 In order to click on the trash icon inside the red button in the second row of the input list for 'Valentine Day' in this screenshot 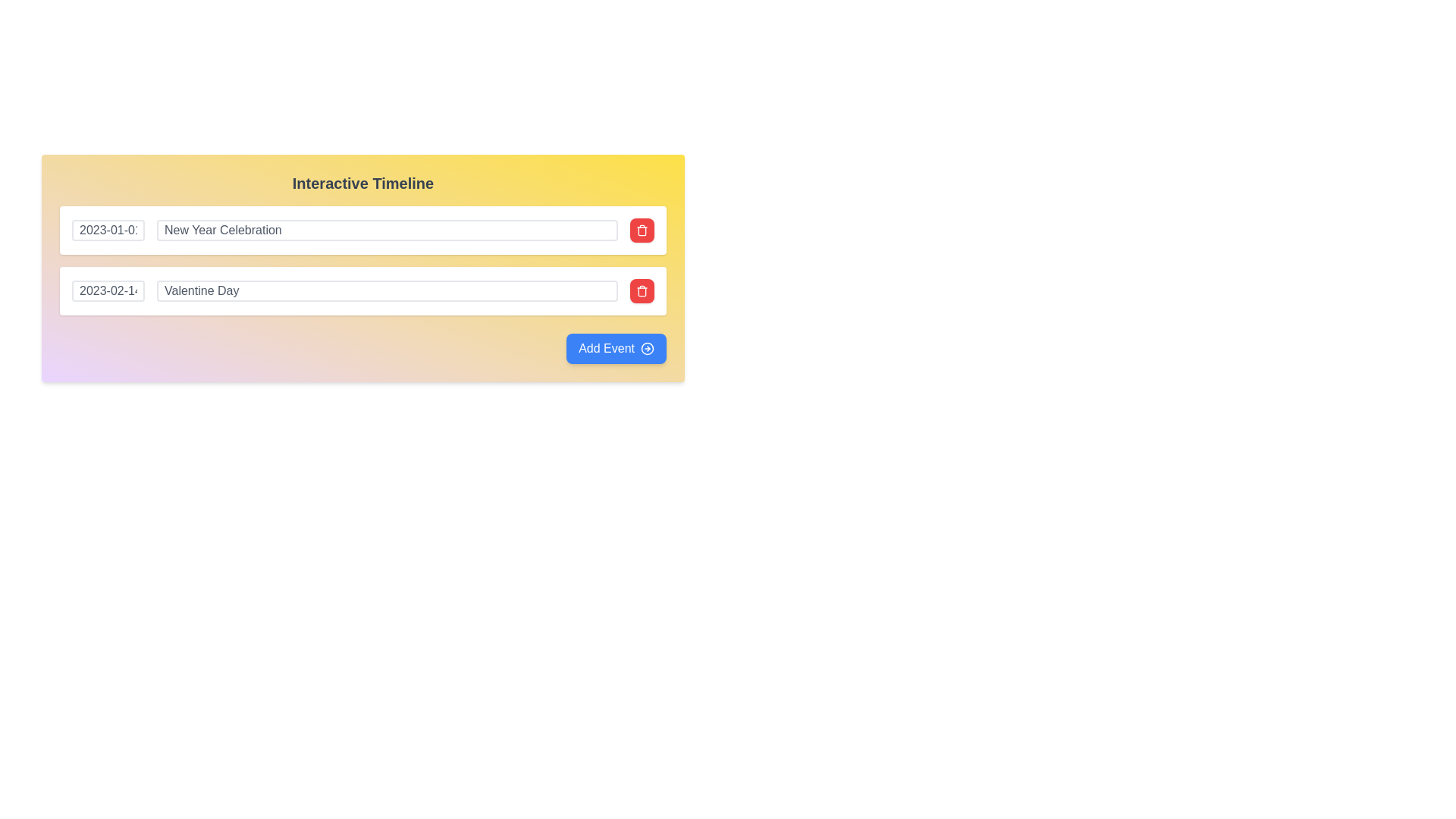, I will do `click(642, 291)`.